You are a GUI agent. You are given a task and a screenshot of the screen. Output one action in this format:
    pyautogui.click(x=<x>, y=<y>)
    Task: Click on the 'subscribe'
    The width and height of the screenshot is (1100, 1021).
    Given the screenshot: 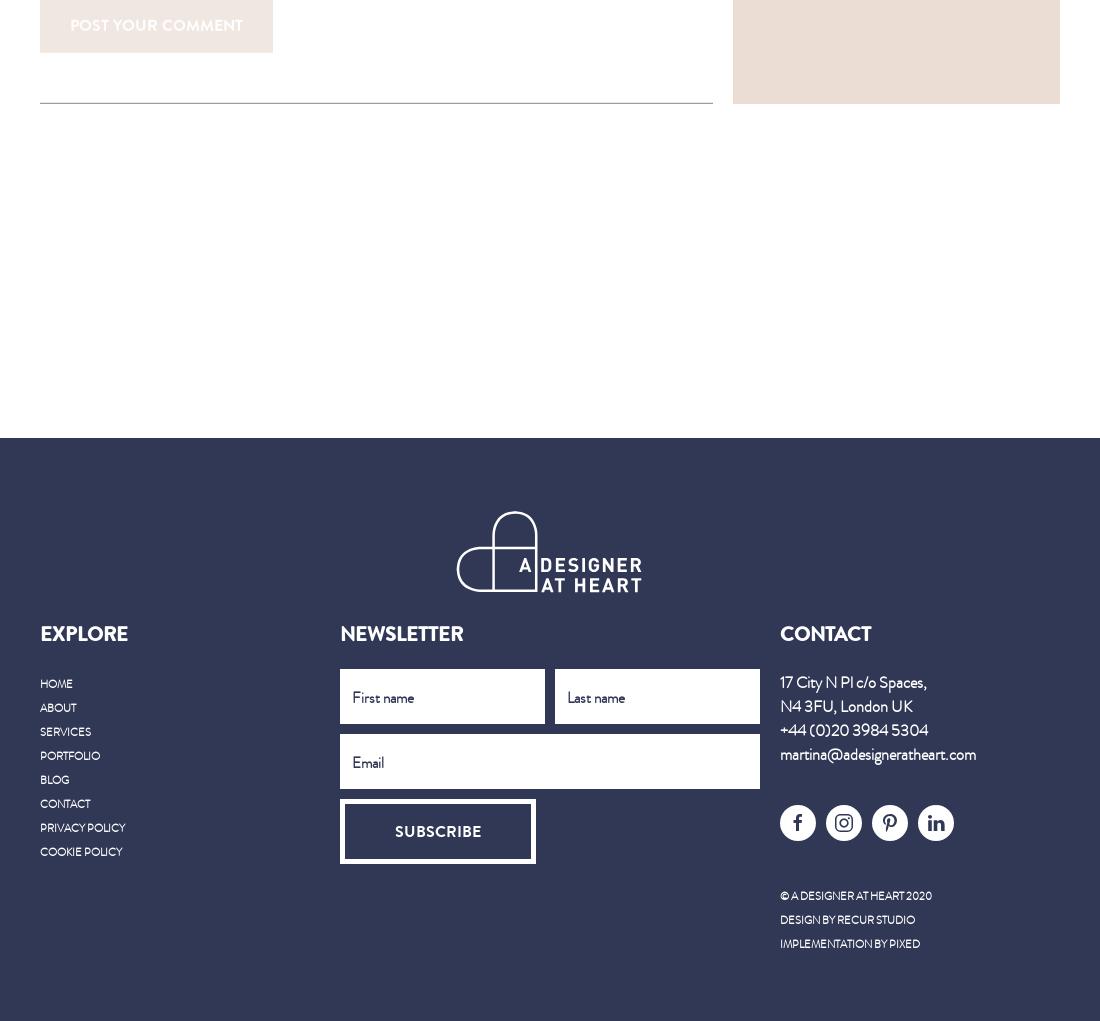 What is the action you would take?
    pyautogui.click(x=437, y=830)
    